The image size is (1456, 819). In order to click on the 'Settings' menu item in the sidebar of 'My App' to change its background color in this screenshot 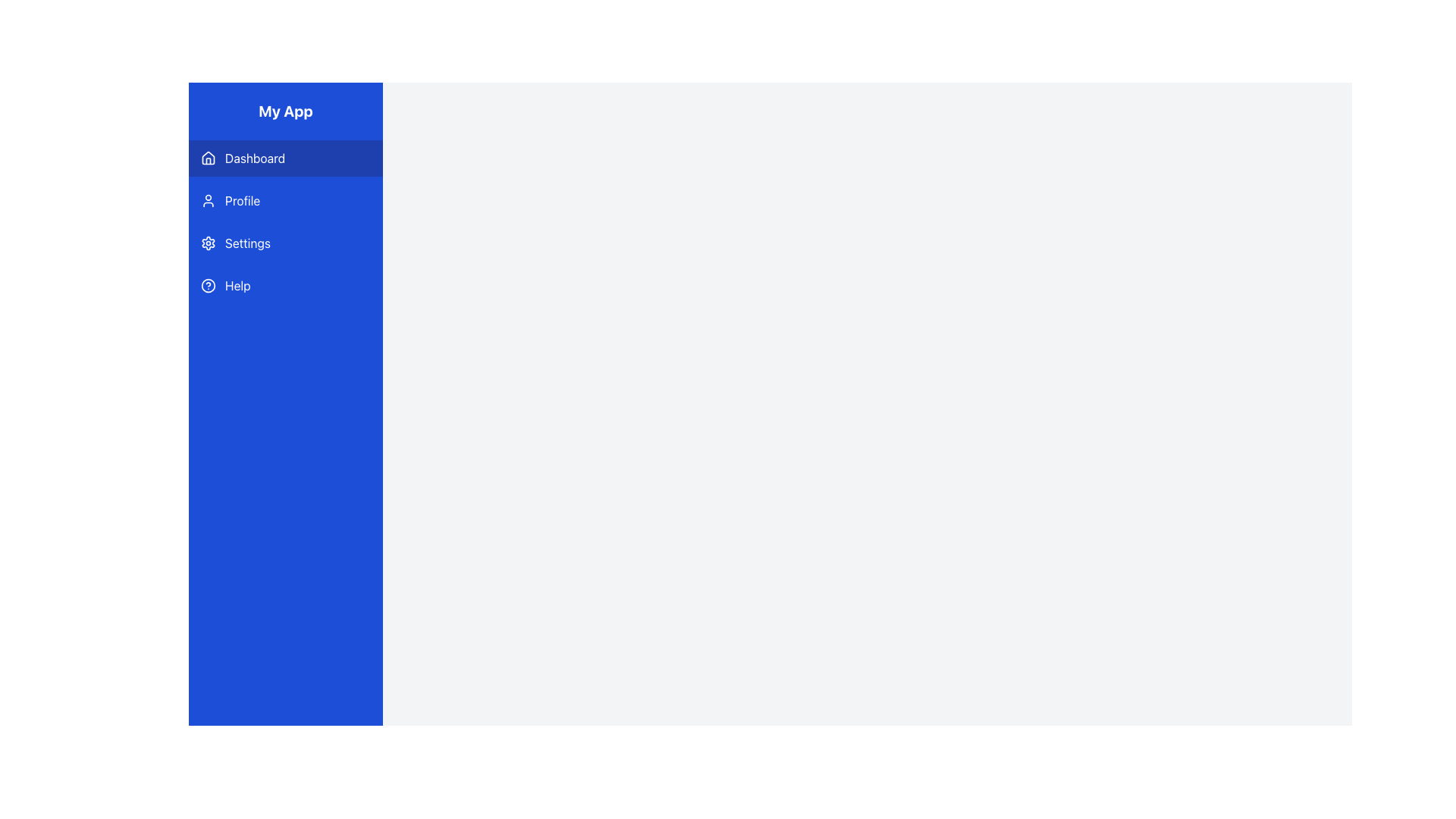, I will do `click(286, 242)`.